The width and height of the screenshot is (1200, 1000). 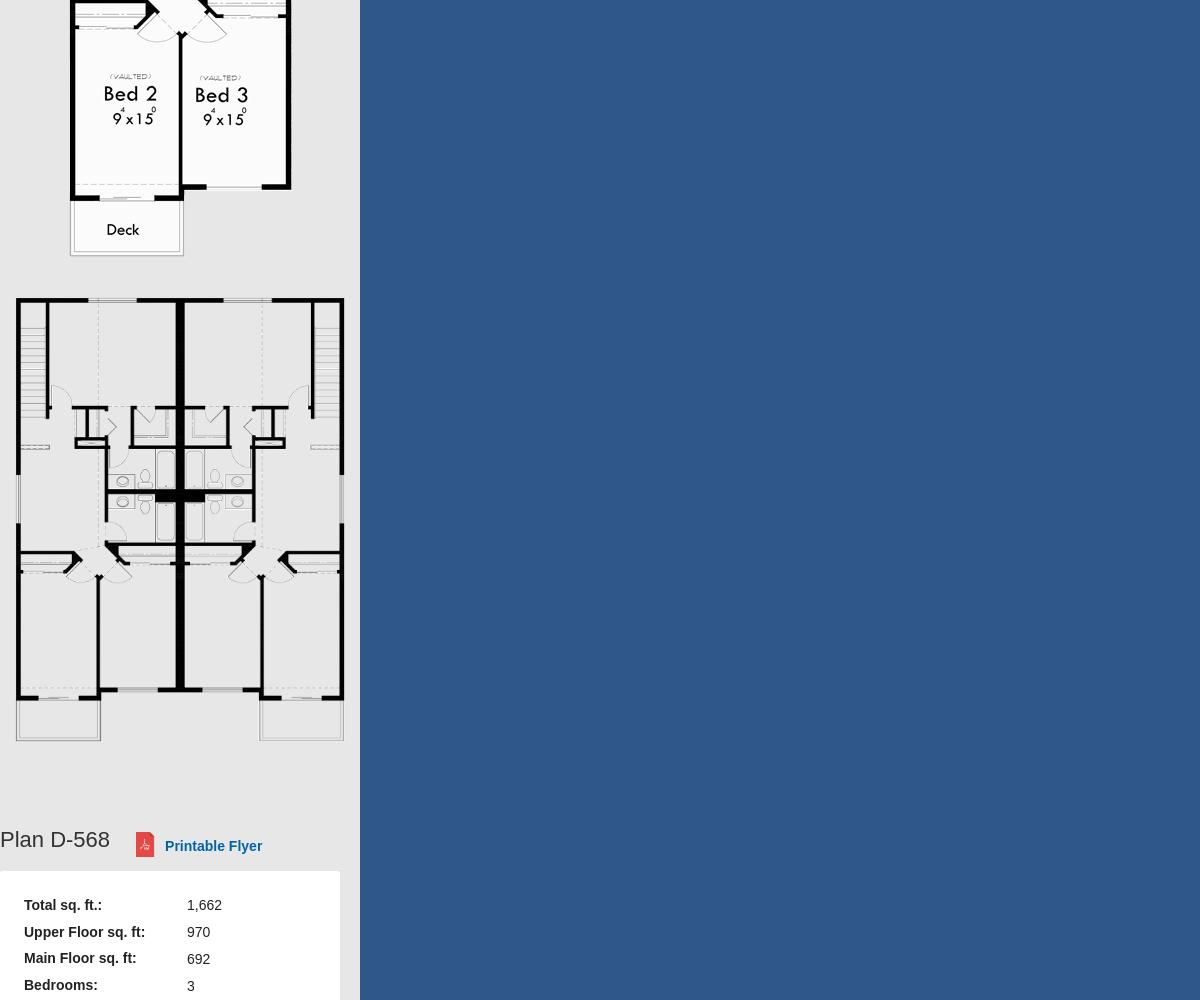 What do you see at coordinates (0, 838) in the screenshot?
I see `'Plan D-568'` at bounding box center [0, 838].